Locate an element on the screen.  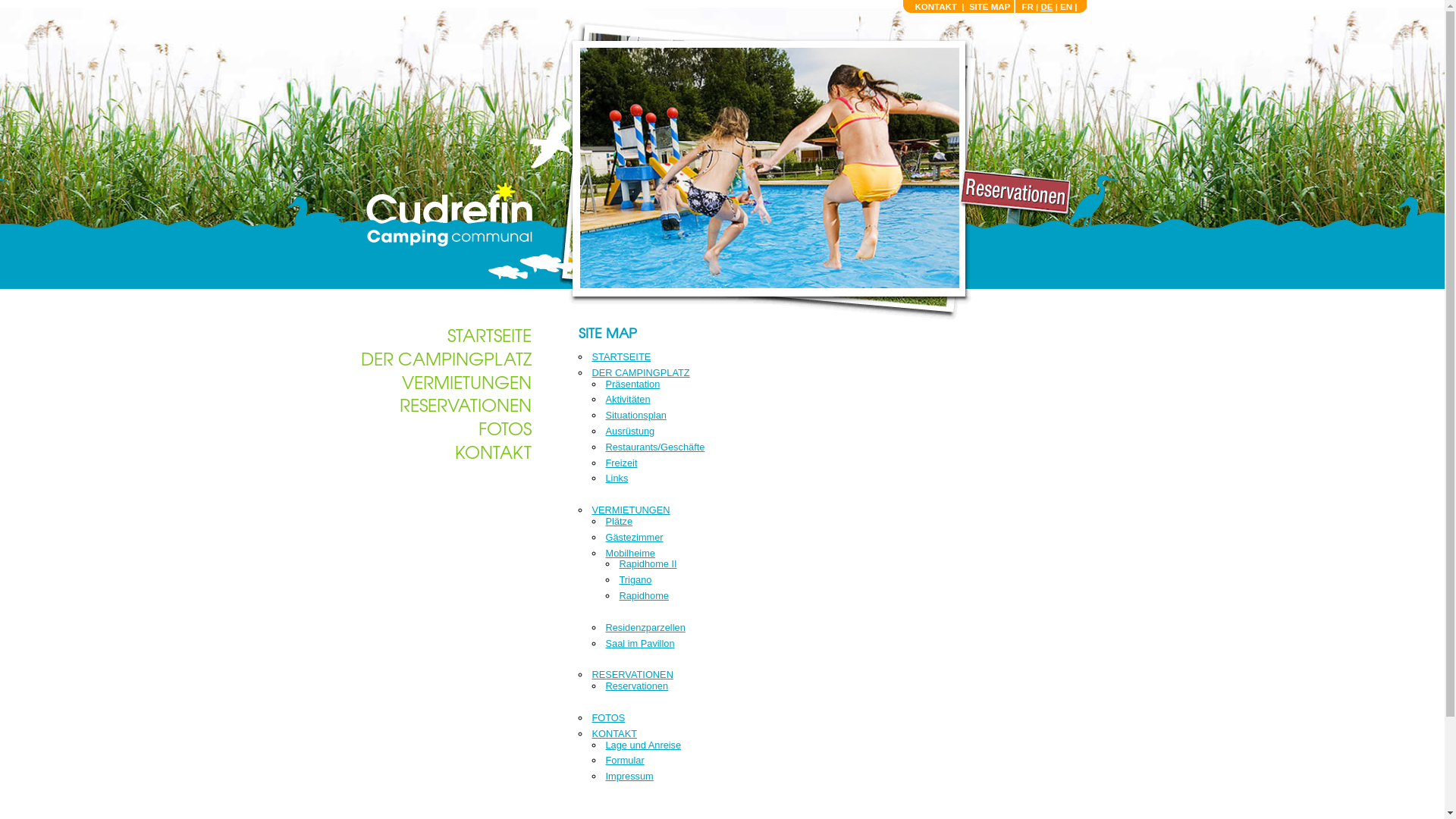
'RESERVATIONEN' is located at coordinates (632, 673).